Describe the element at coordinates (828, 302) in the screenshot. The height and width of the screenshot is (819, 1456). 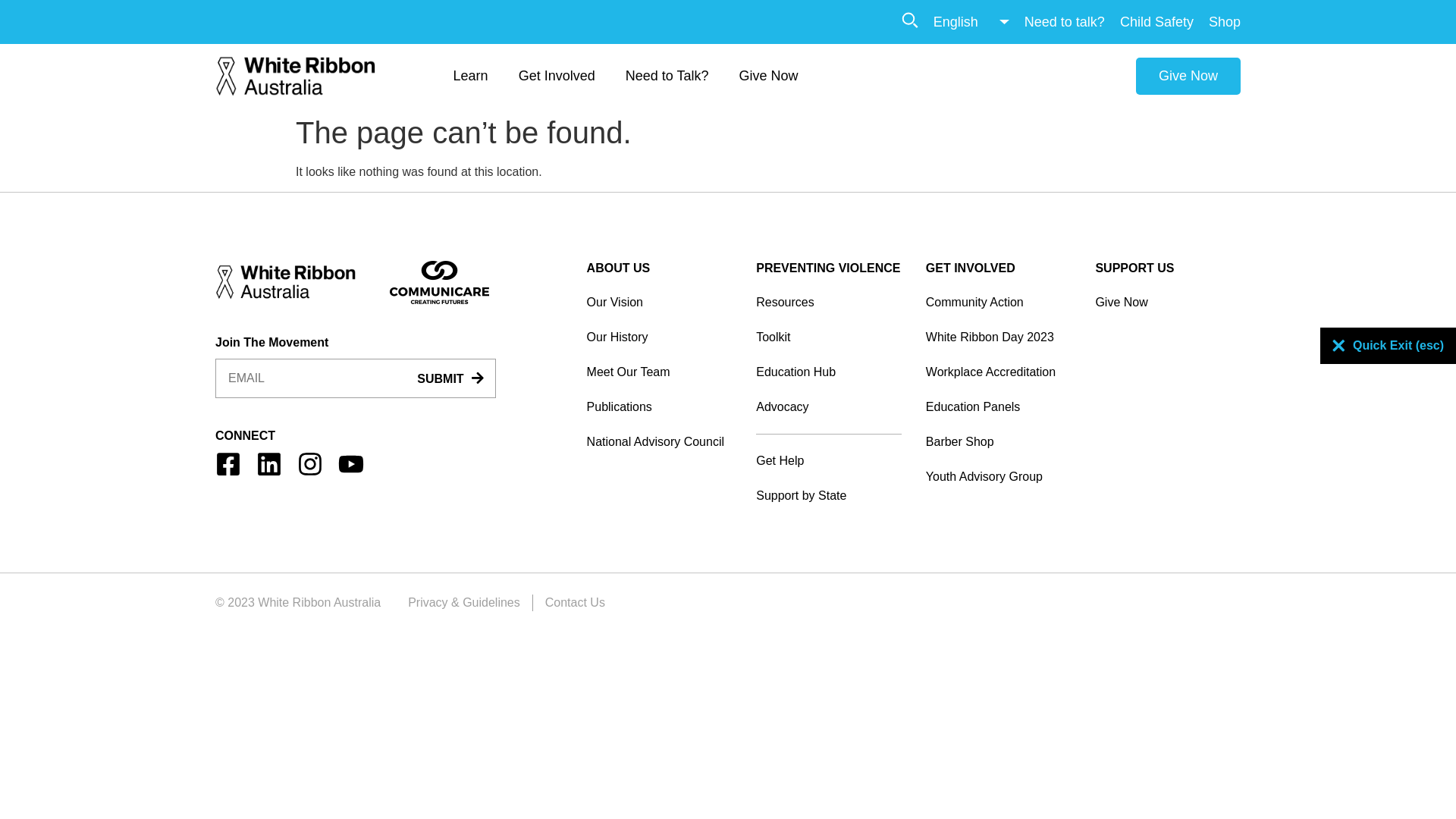
I see `'Resources'` at that location.